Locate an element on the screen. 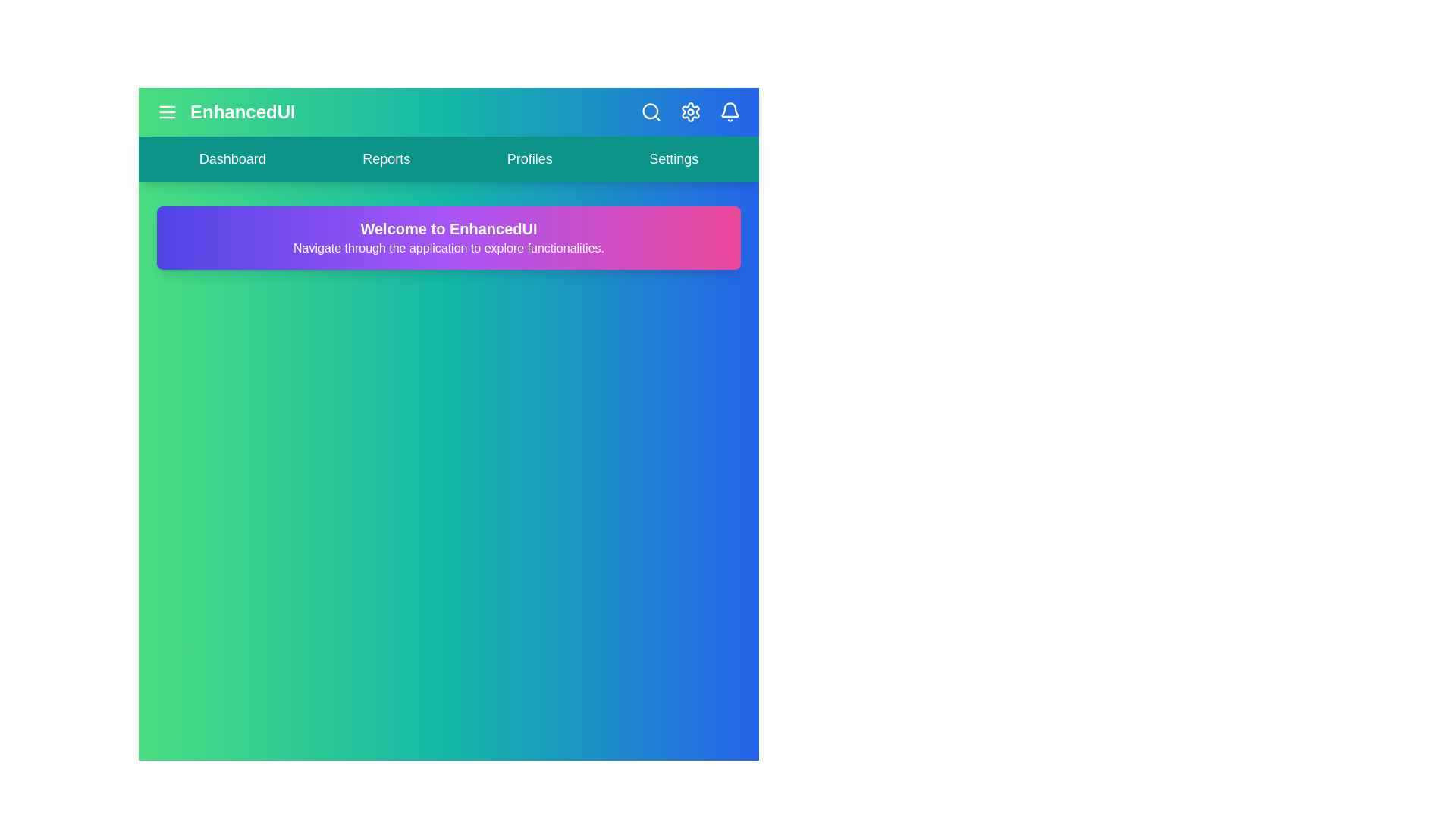 This screenshot has width=1456, height=819. the search icon in the header is located at coordinates (651, 111).